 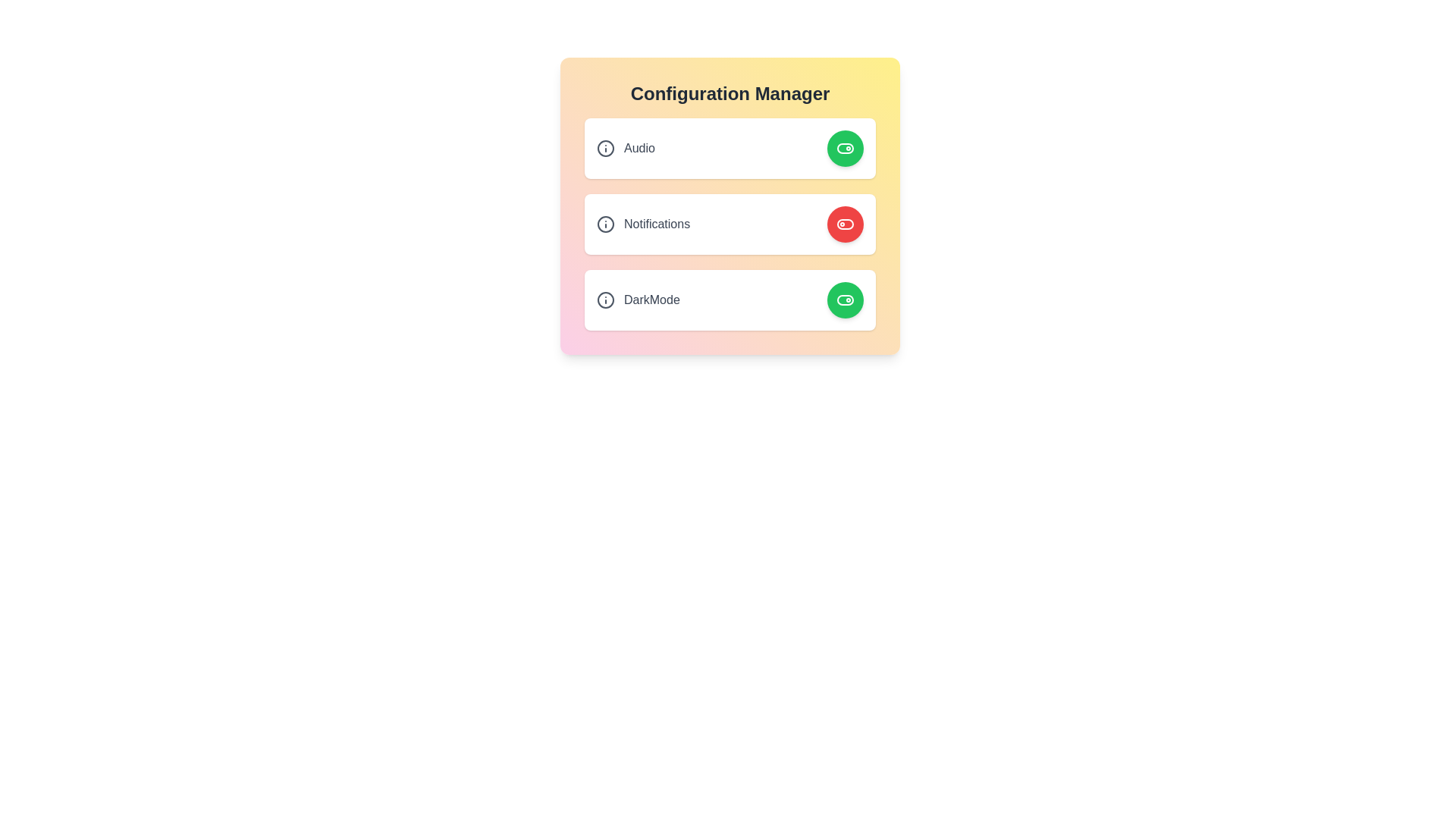 I want to click on the info icon for the DarkMode setting to read its description, so click(x=604, y=300).